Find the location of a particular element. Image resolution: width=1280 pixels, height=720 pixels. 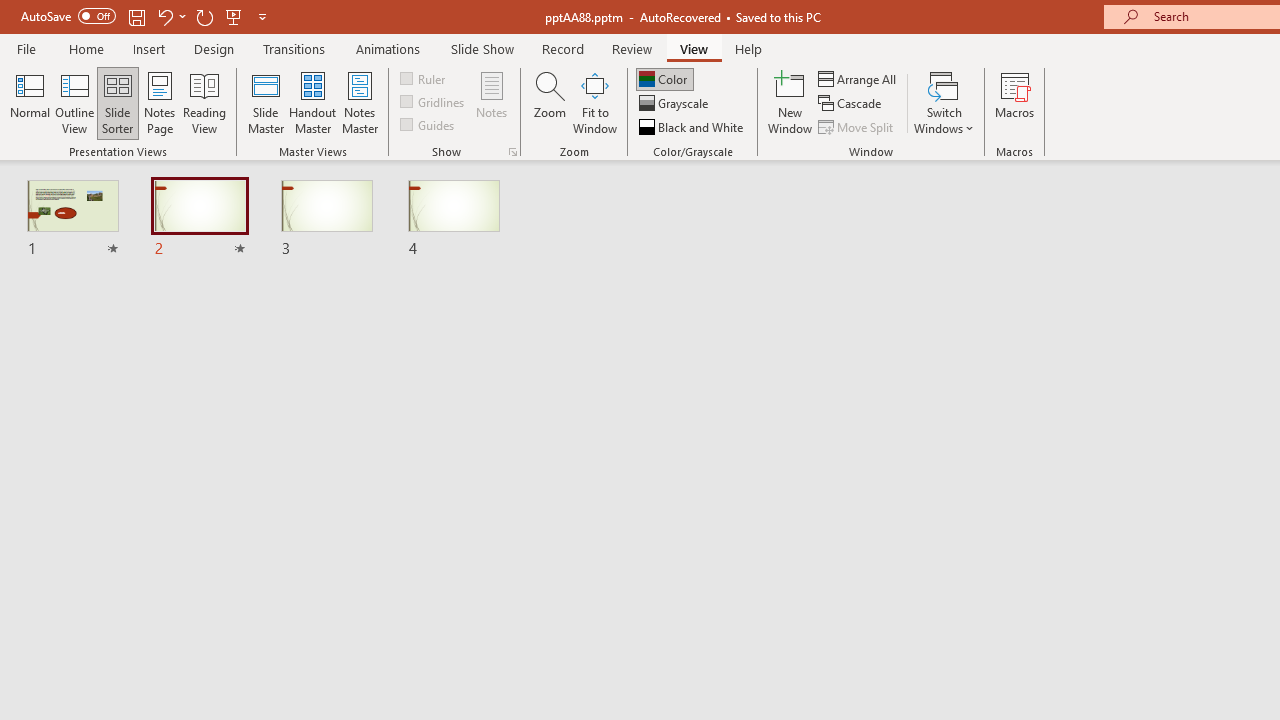

'Arrange All' is located at coordinates (858, 78).